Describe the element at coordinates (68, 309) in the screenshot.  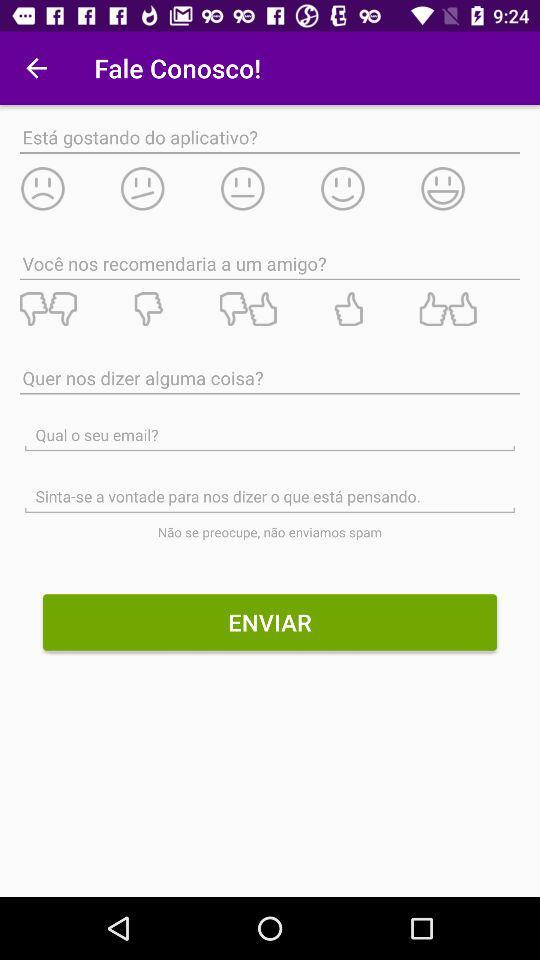
I see `dislike` at that location.